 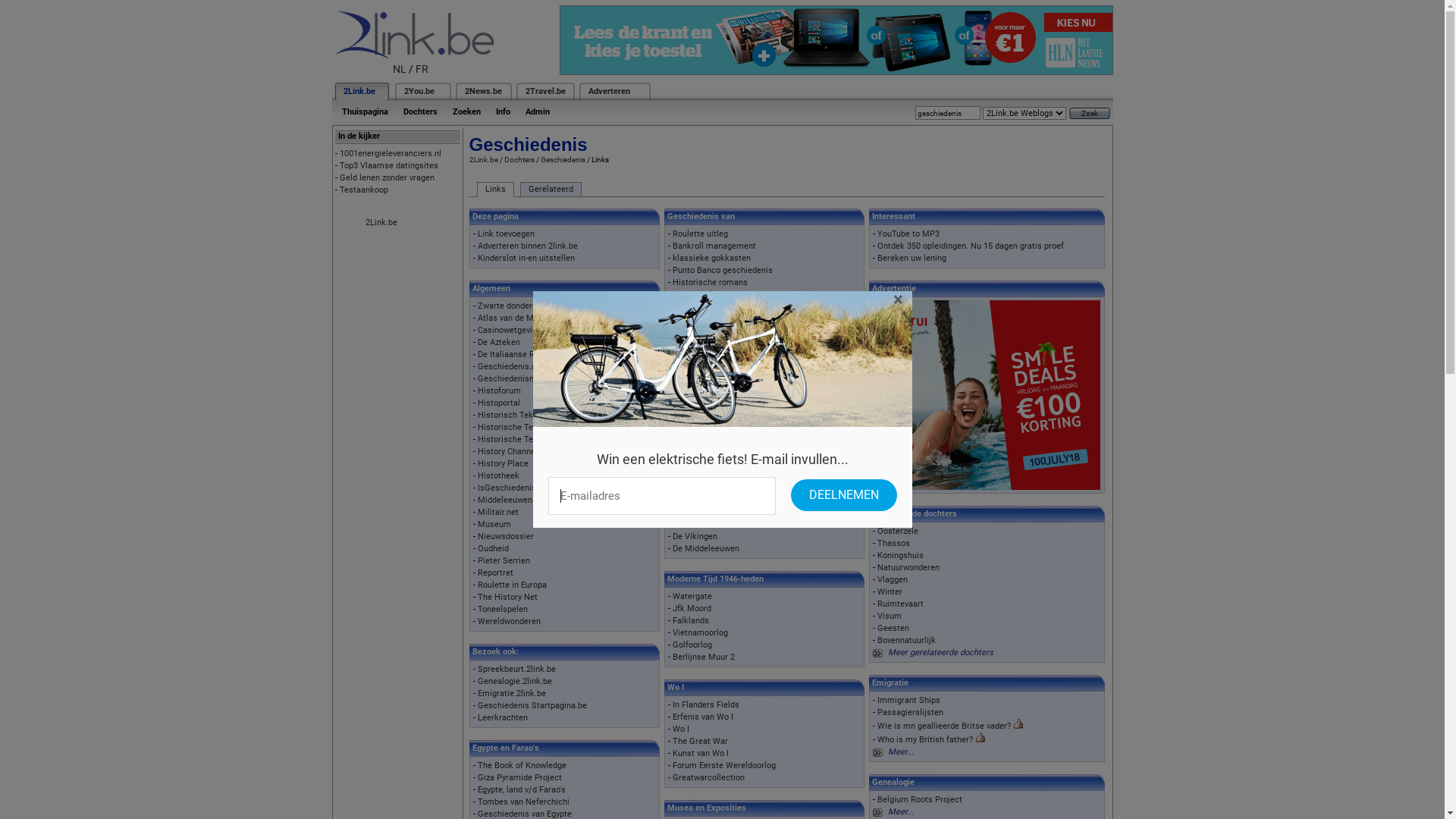 What do you see at coordinates (711, 257) in the screenshot?
I see `'klassieke gokkasten'` at bounding box center [711, 257].